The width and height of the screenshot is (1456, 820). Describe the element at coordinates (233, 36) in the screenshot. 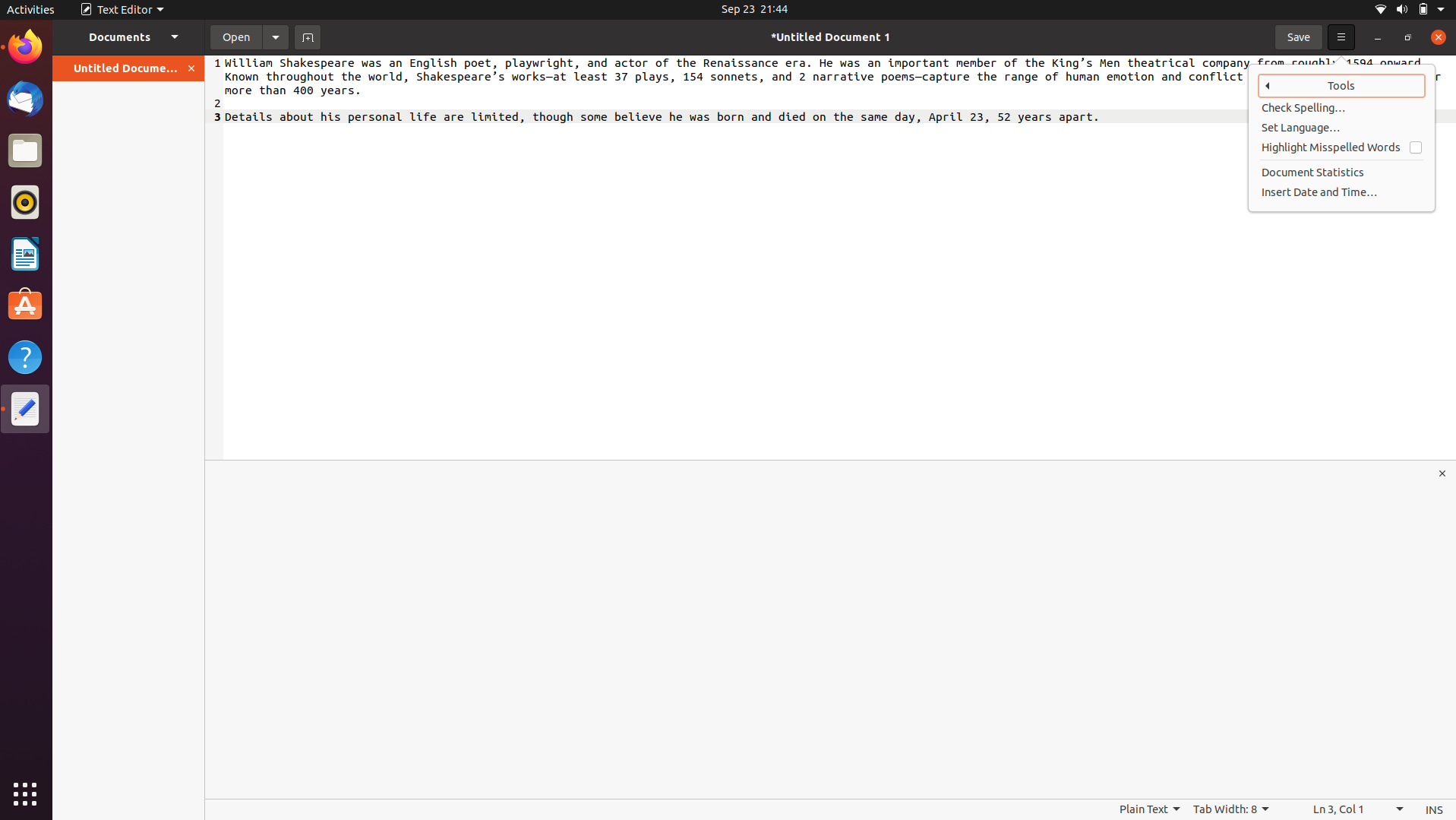

I see `document named time.docx` at that location.